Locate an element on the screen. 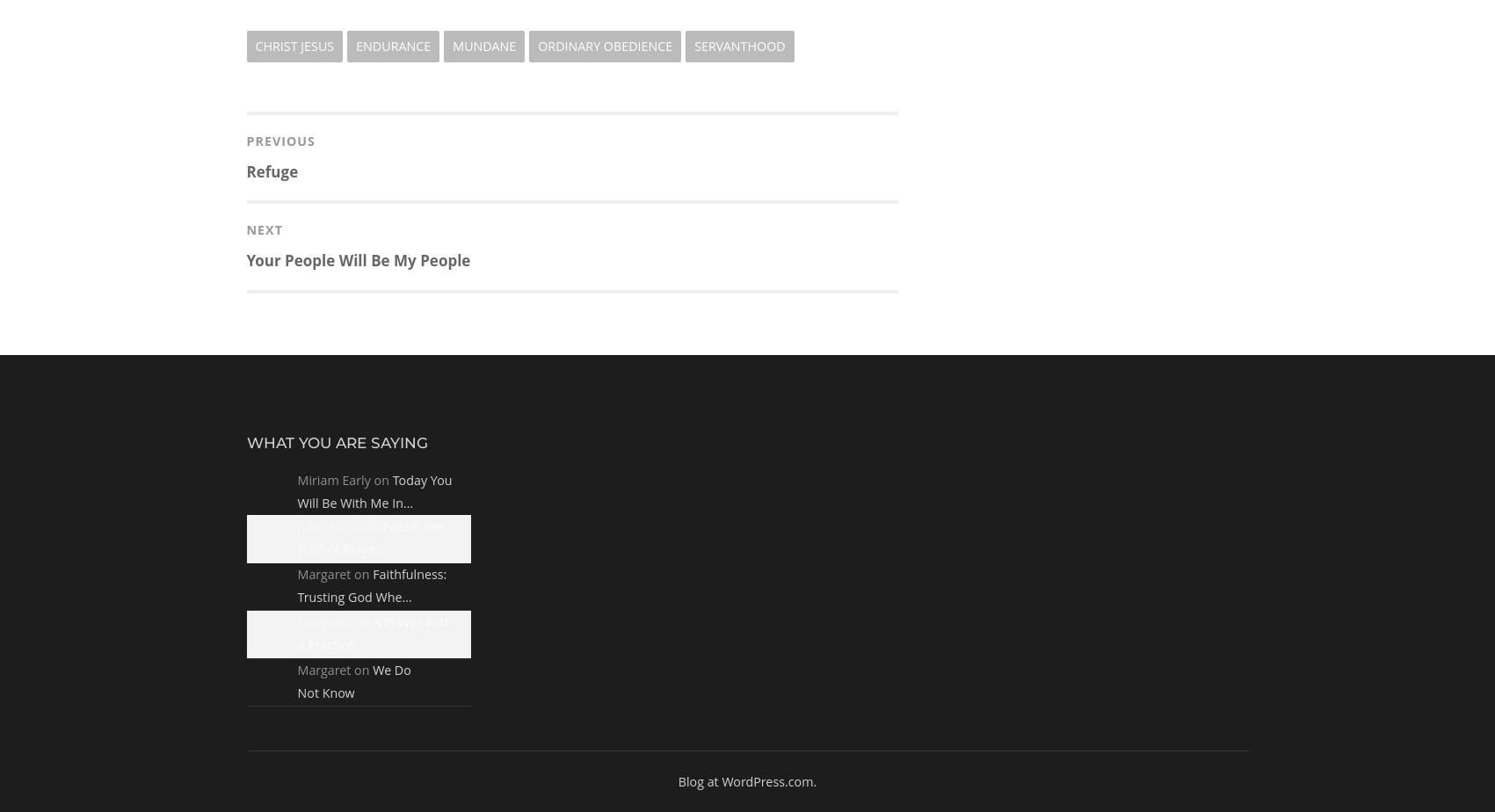  'Refuge' is located at coordinates (272, 170).